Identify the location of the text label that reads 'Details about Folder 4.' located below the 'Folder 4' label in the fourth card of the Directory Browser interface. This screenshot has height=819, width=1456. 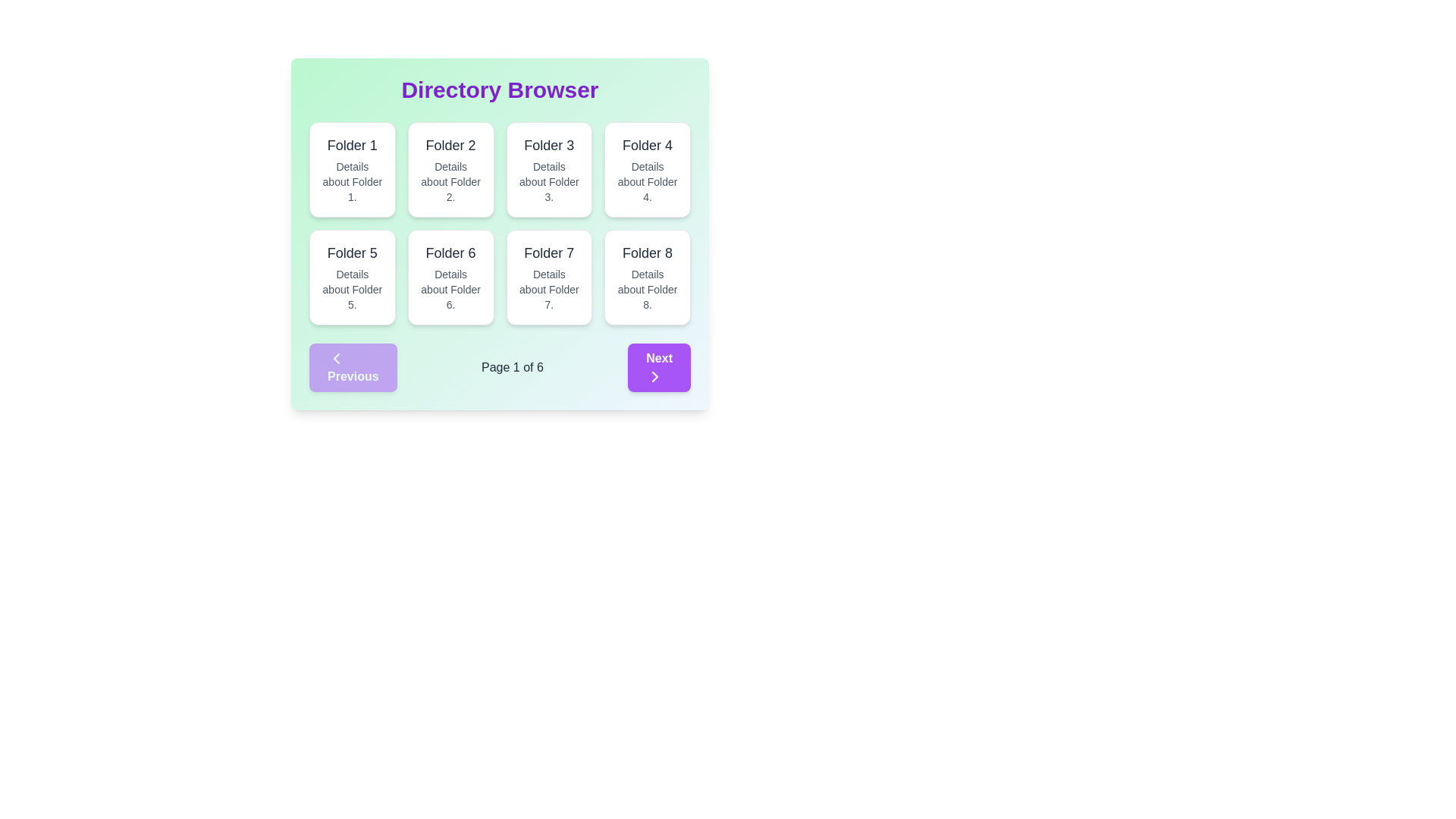
(648, 180).